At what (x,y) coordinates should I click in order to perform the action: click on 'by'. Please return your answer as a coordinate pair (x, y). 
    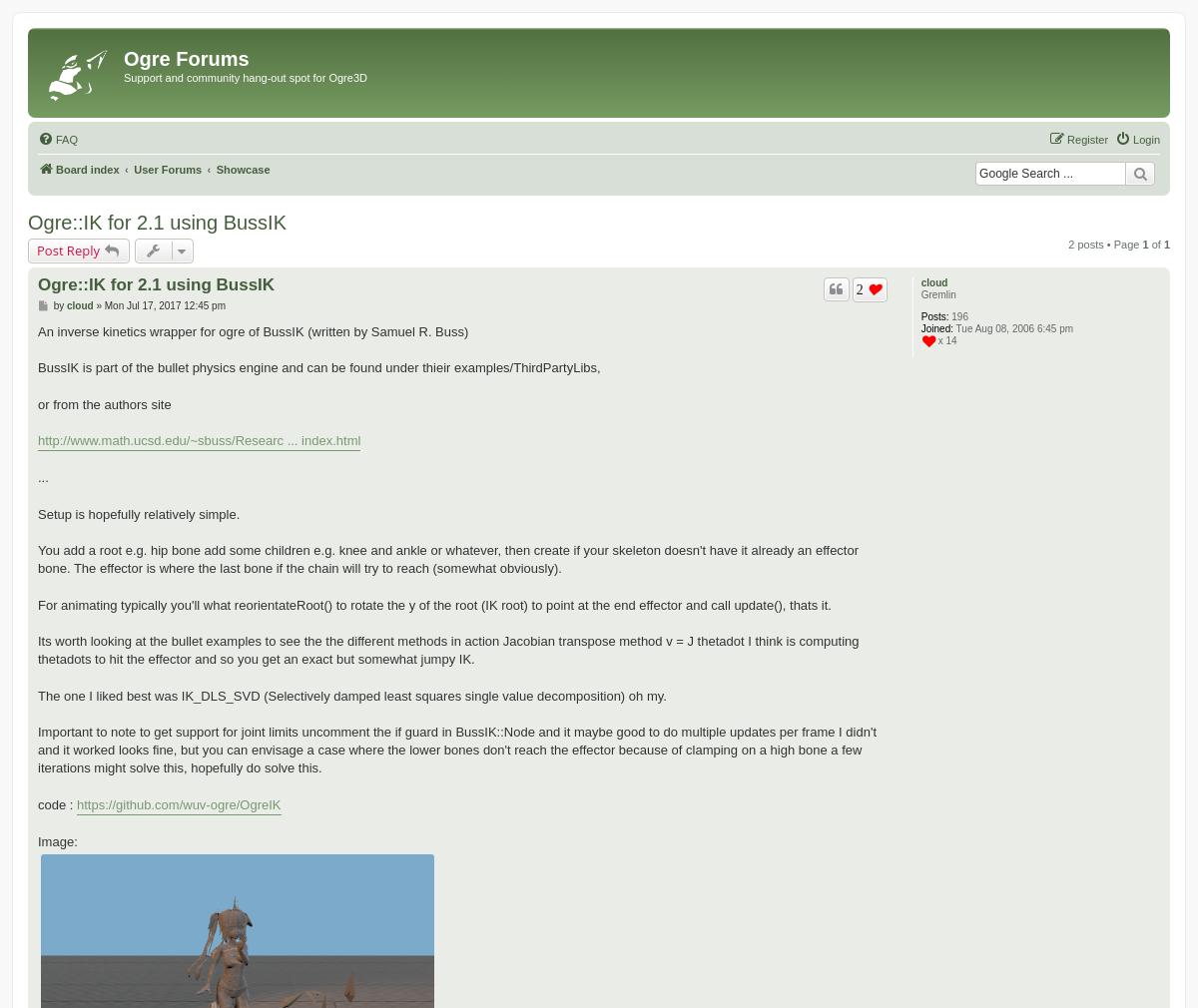
    Looking at the image, I should click on (59, 304).